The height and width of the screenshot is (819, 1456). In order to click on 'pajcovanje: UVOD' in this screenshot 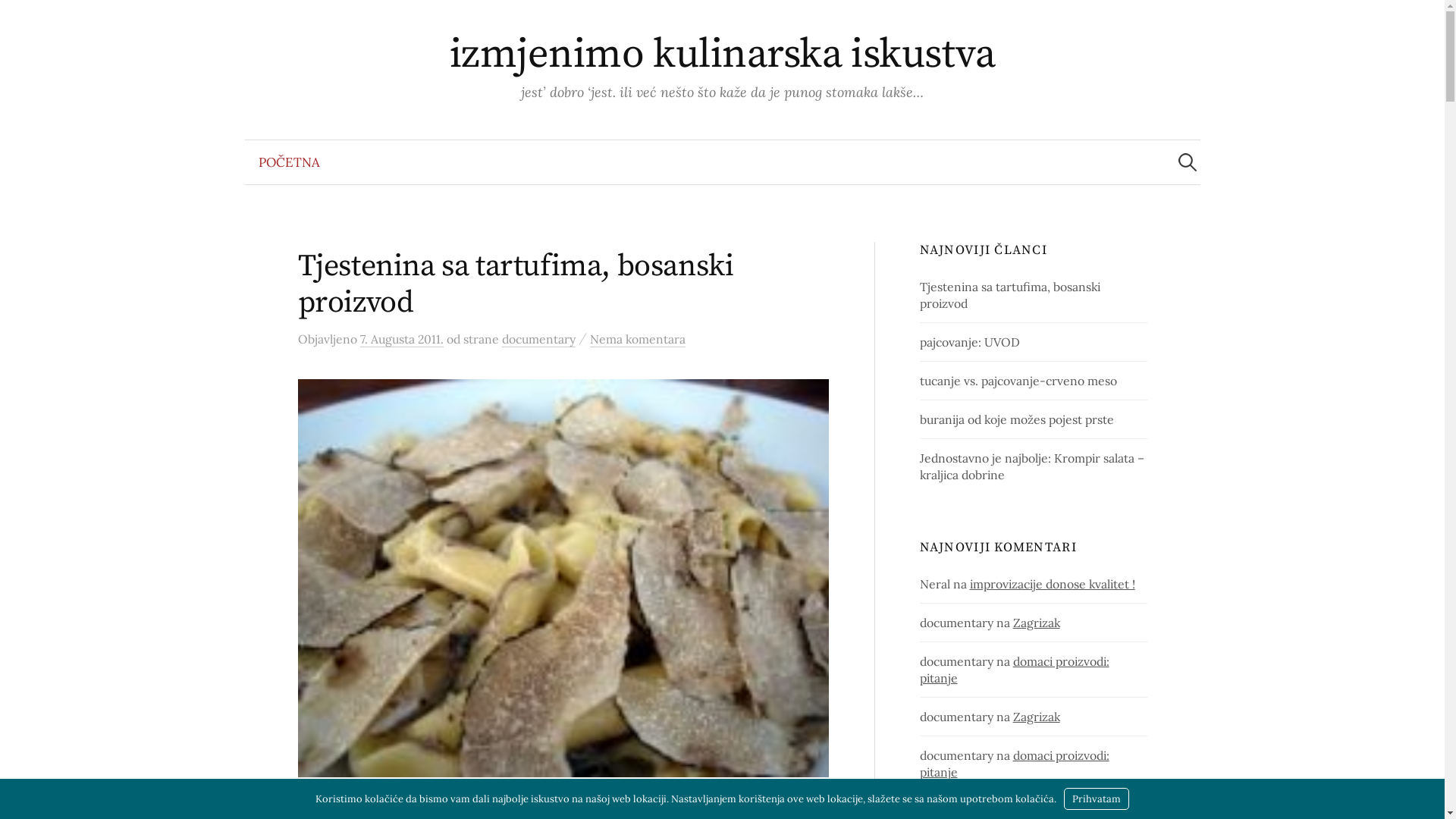, I will do `click(919, 342)`.